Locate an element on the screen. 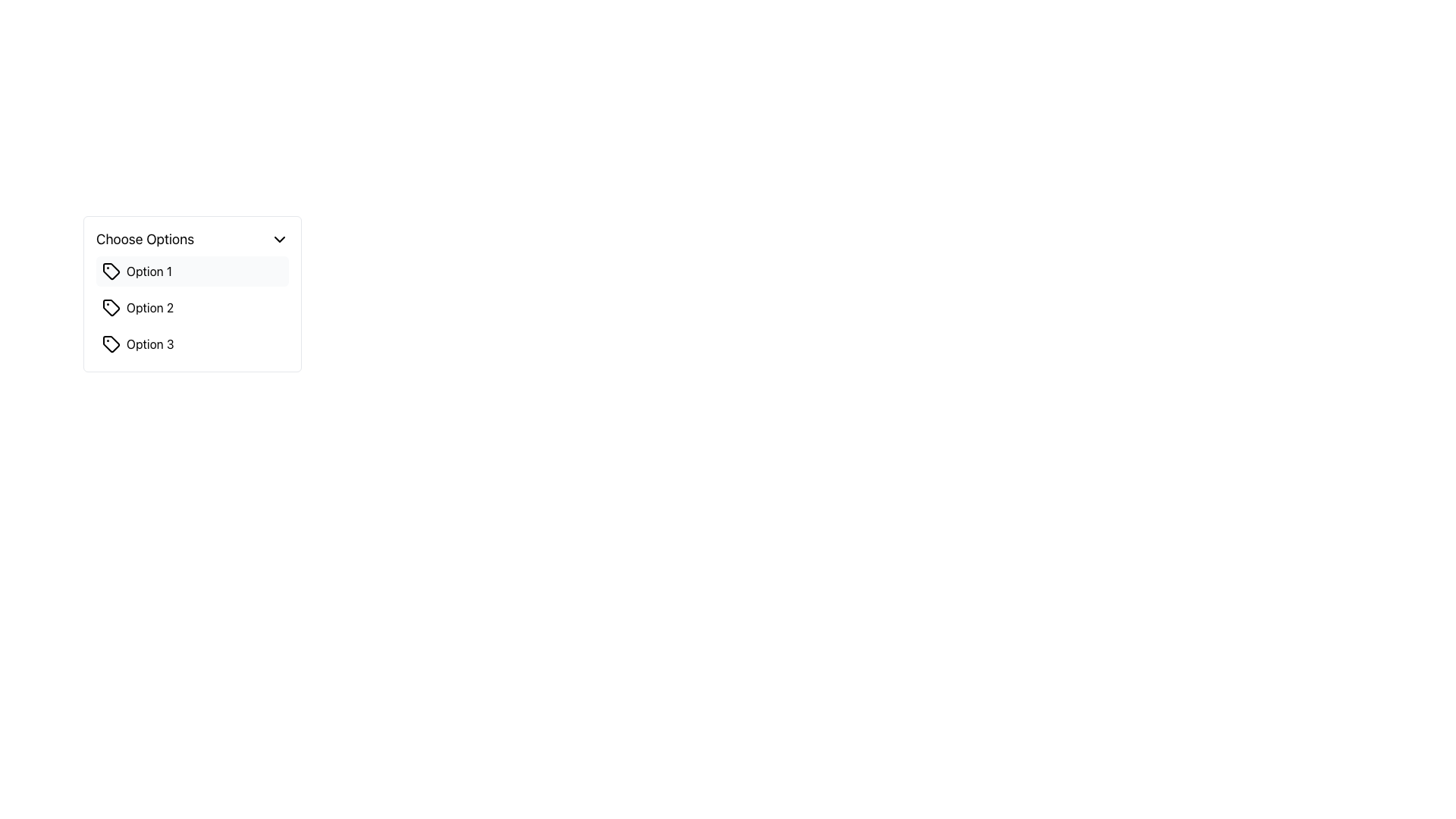 Image resolution: width=1456 pixels, height=819 pixels. the leftmost SVG graphic icon representing the tagging feature for the 'Option 1' list item in the dropdown interface is located at coordinates (111, 271).